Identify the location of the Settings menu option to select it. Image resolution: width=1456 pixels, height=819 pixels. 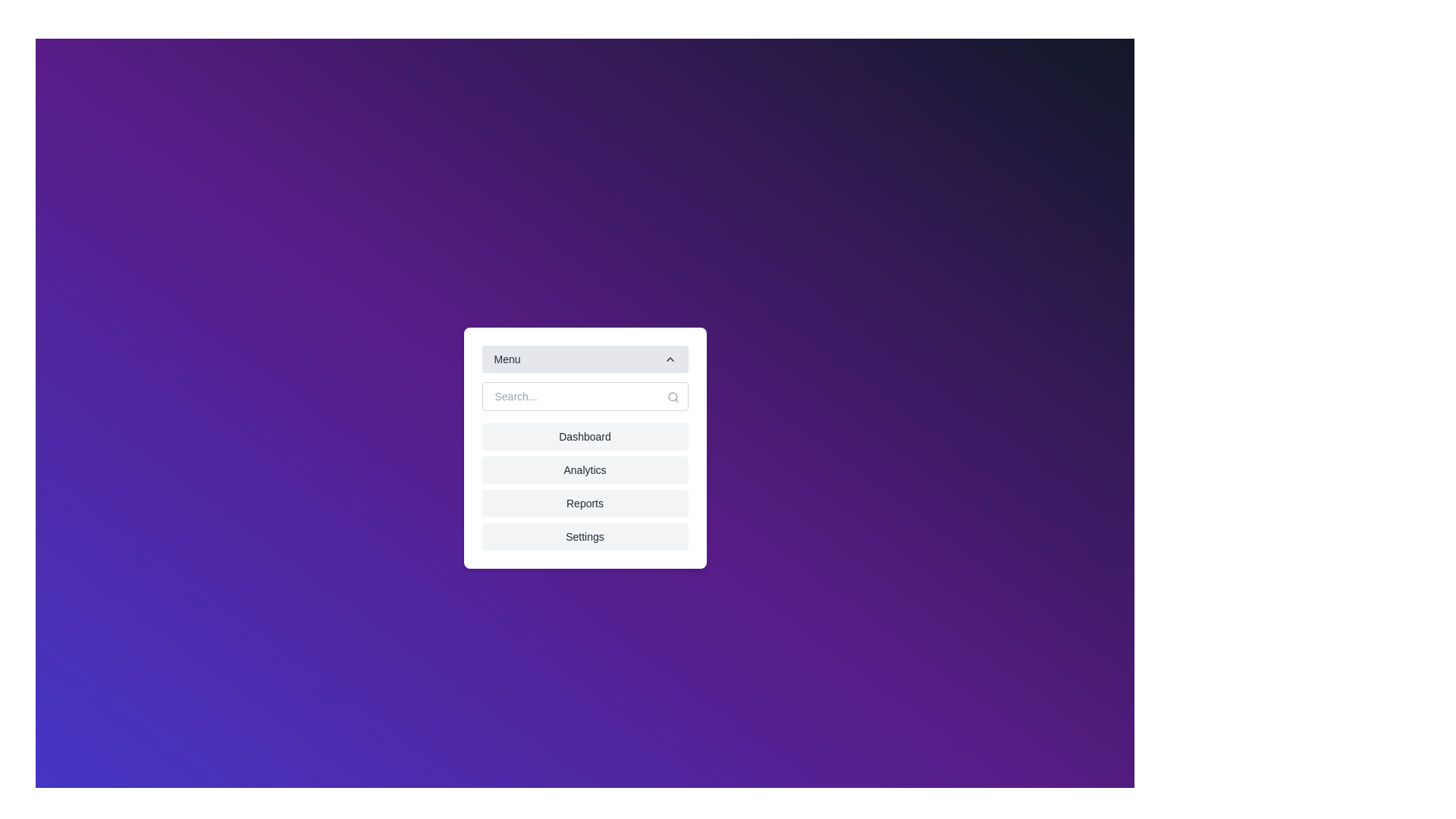
(584, 536).